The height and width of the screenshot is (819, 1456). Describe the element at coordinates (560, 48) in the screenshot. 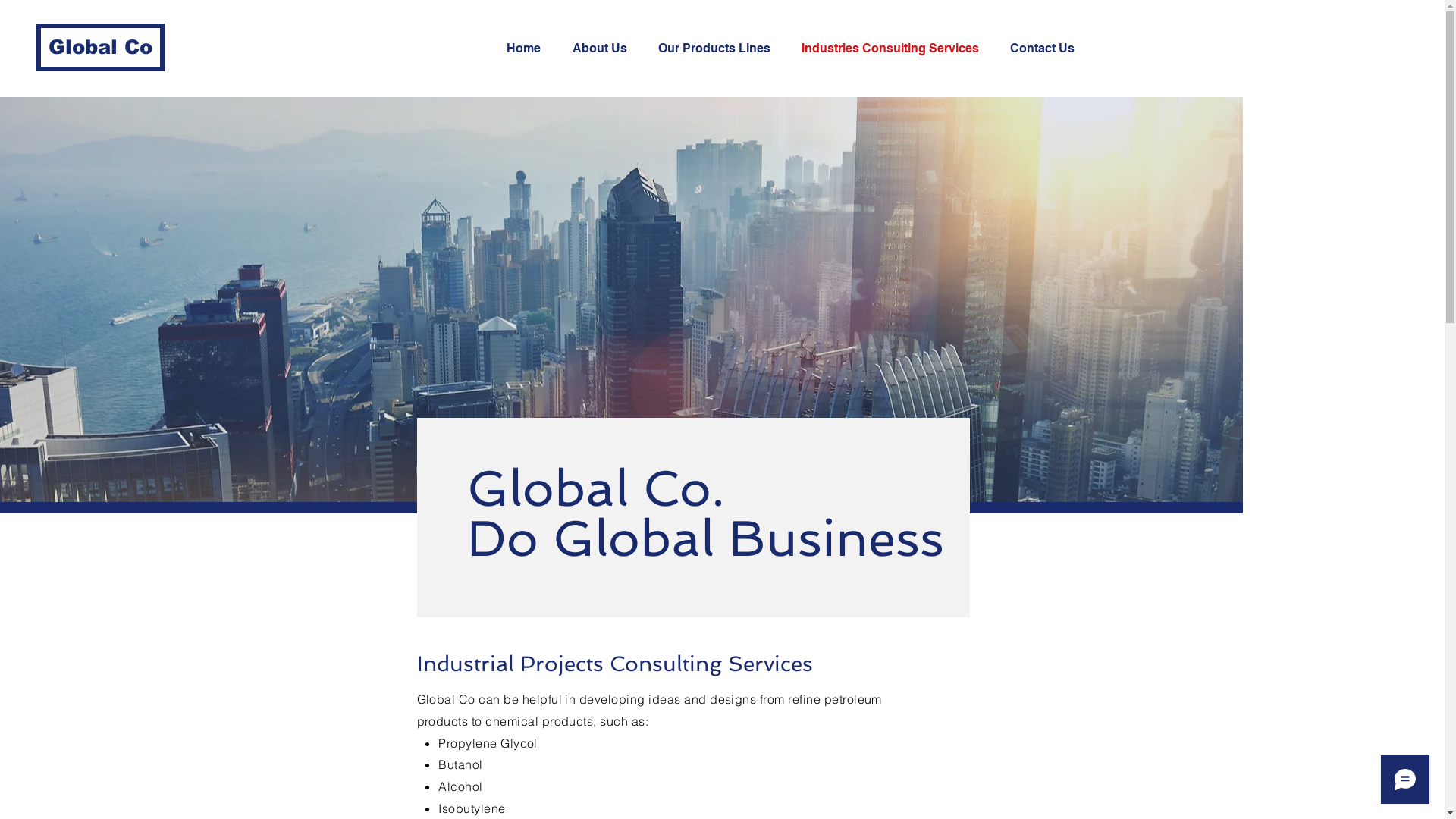

I see `'About Us'` at that location.